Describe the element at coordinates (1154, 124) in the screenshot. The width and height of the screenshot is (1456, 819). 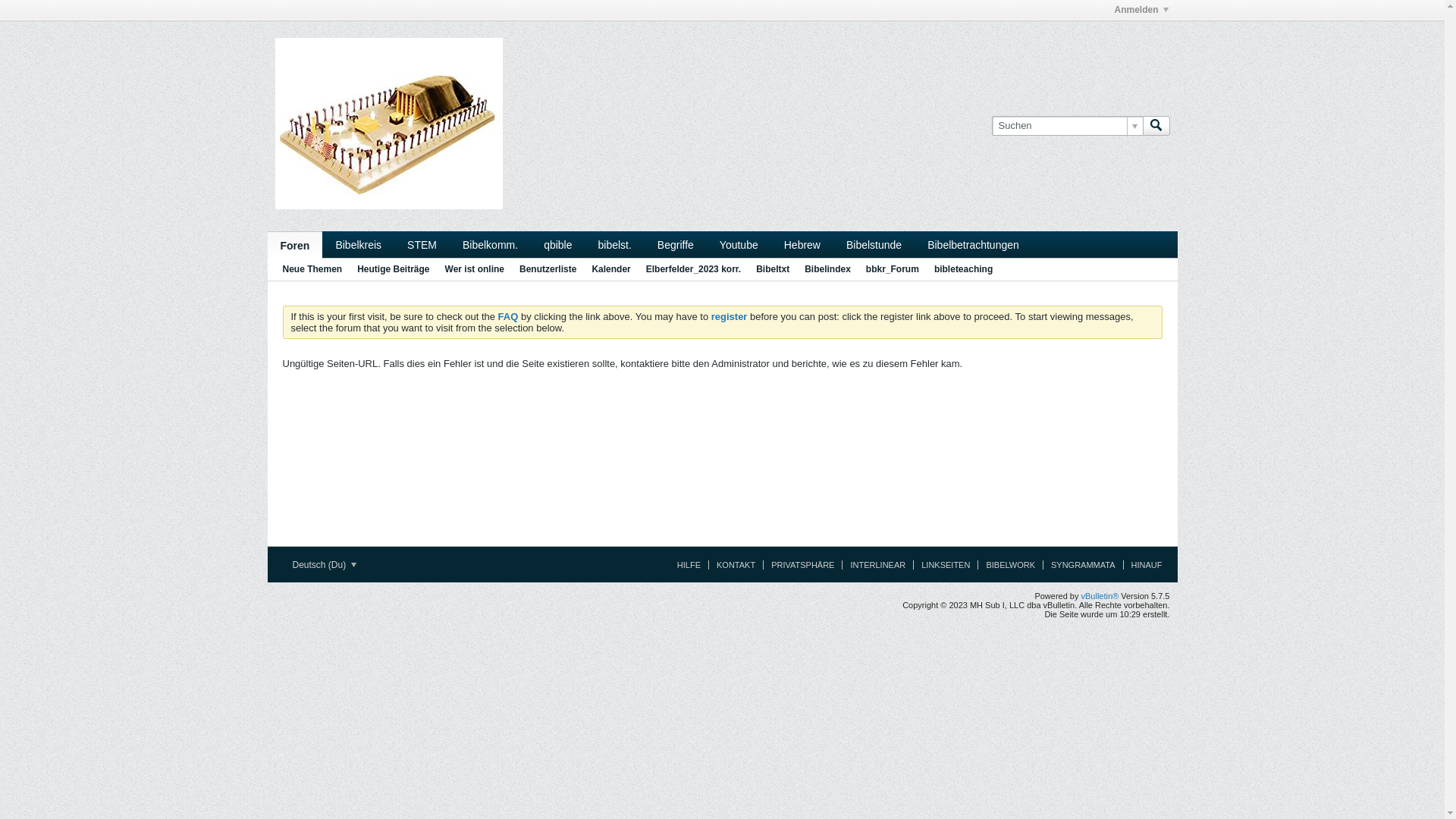
I see `'Suchen'` at that location.